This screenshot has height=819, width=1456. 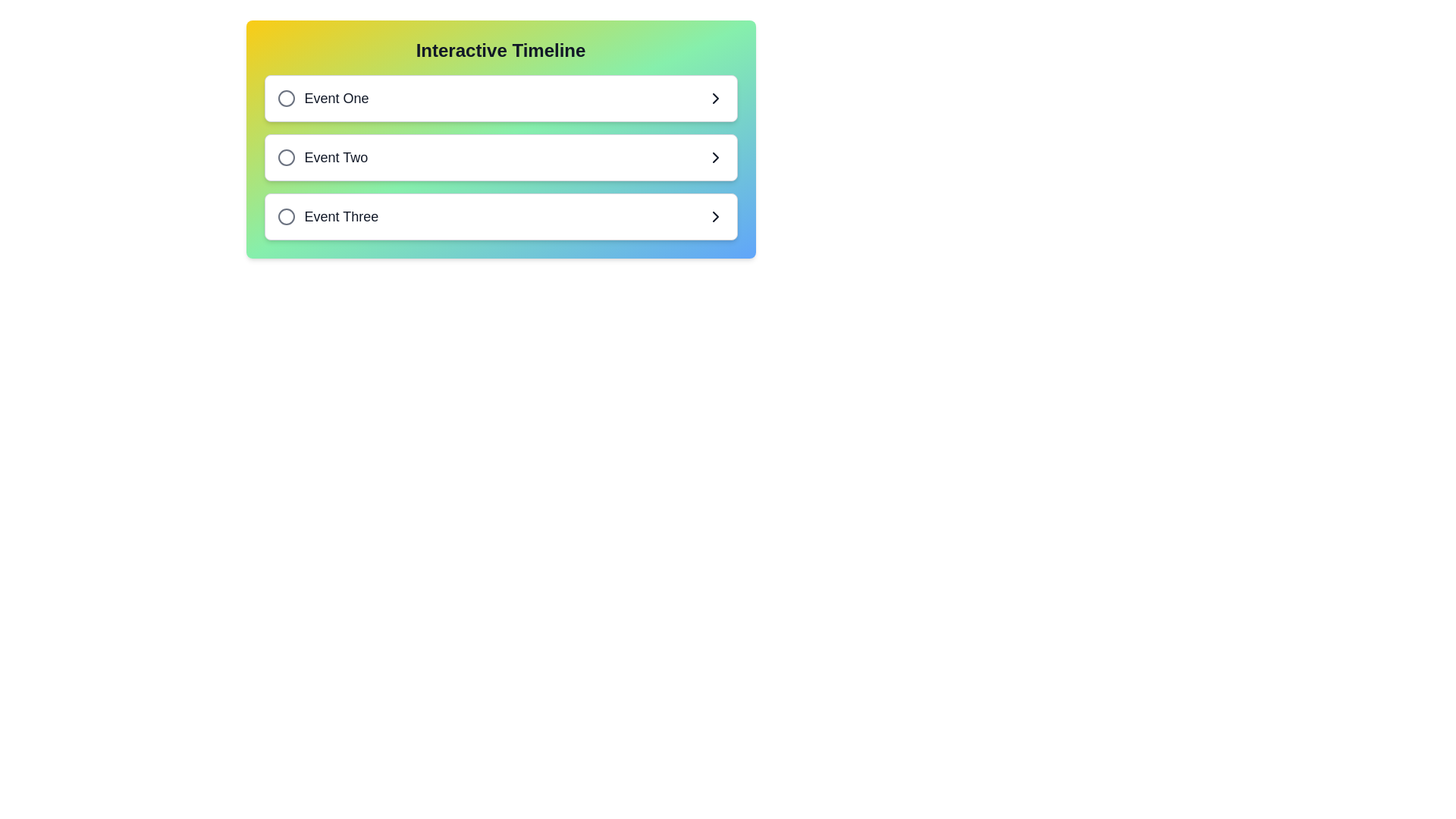 What do you see at coordinates (286, 158) in the screenshot?
I see `the indicator icon located` at bounding box center [286, 158].